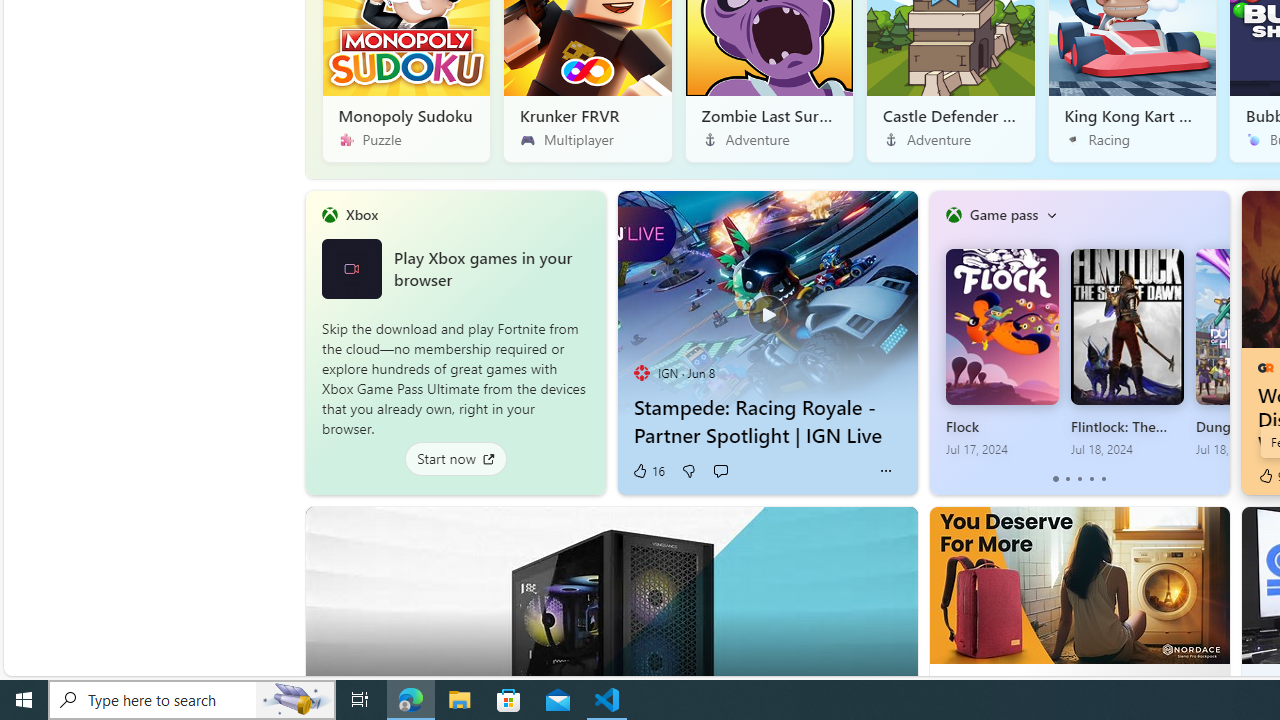 The image size is (1280, 720). What do you see at coordinates (1055, 479) in the screenshot?
I see `'tab-0'` at bounding box center [1055, 479].